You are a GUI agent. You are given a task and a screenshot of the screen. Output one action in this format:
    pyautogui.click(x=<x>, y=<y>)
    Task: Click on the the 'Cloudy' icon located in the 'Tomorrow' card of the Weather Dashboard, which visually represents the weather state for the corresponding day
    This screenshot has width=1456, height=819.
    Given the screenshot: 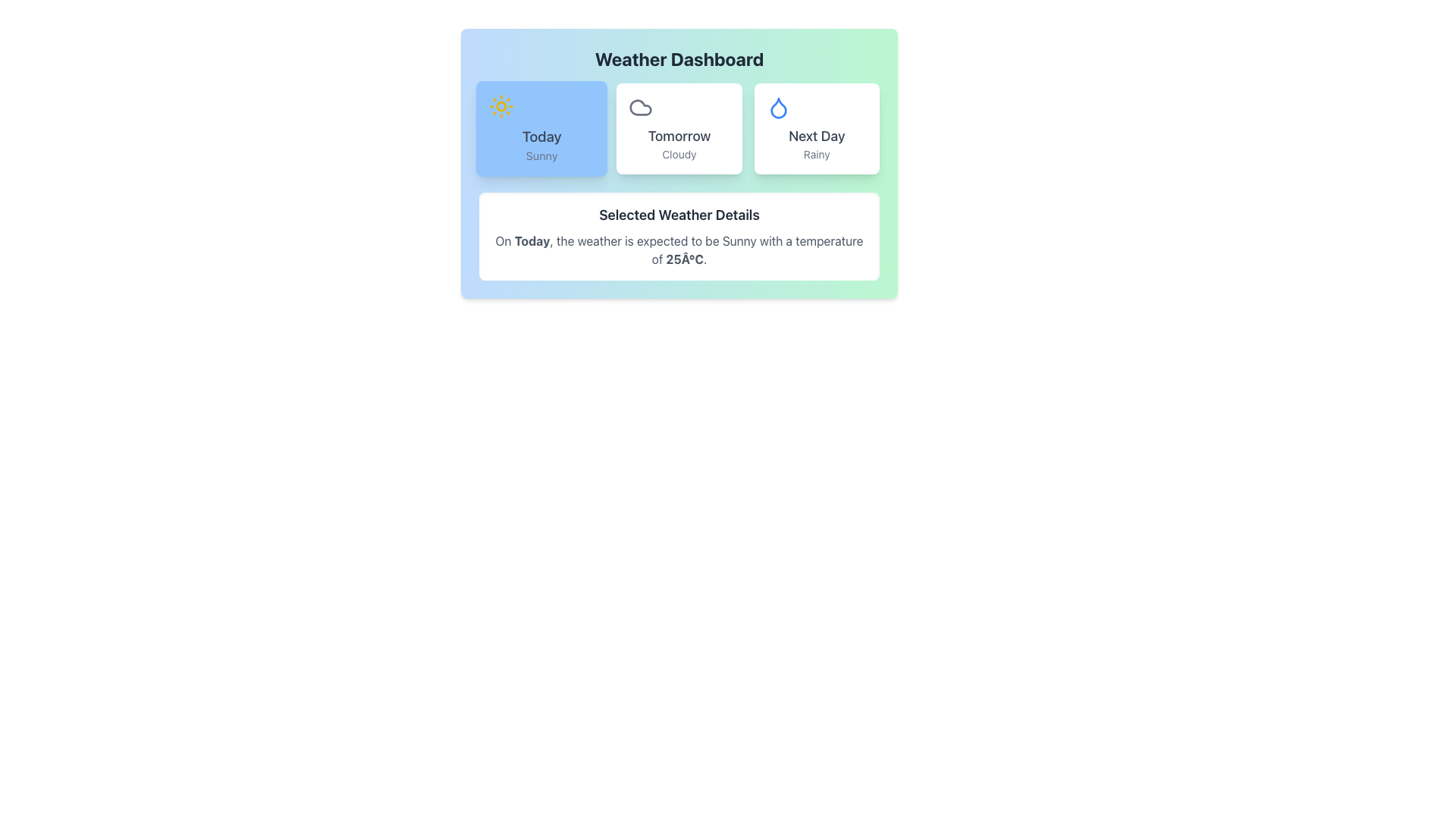 What is the action you would take?
    pyautogui.click(x=641, y=107)
    